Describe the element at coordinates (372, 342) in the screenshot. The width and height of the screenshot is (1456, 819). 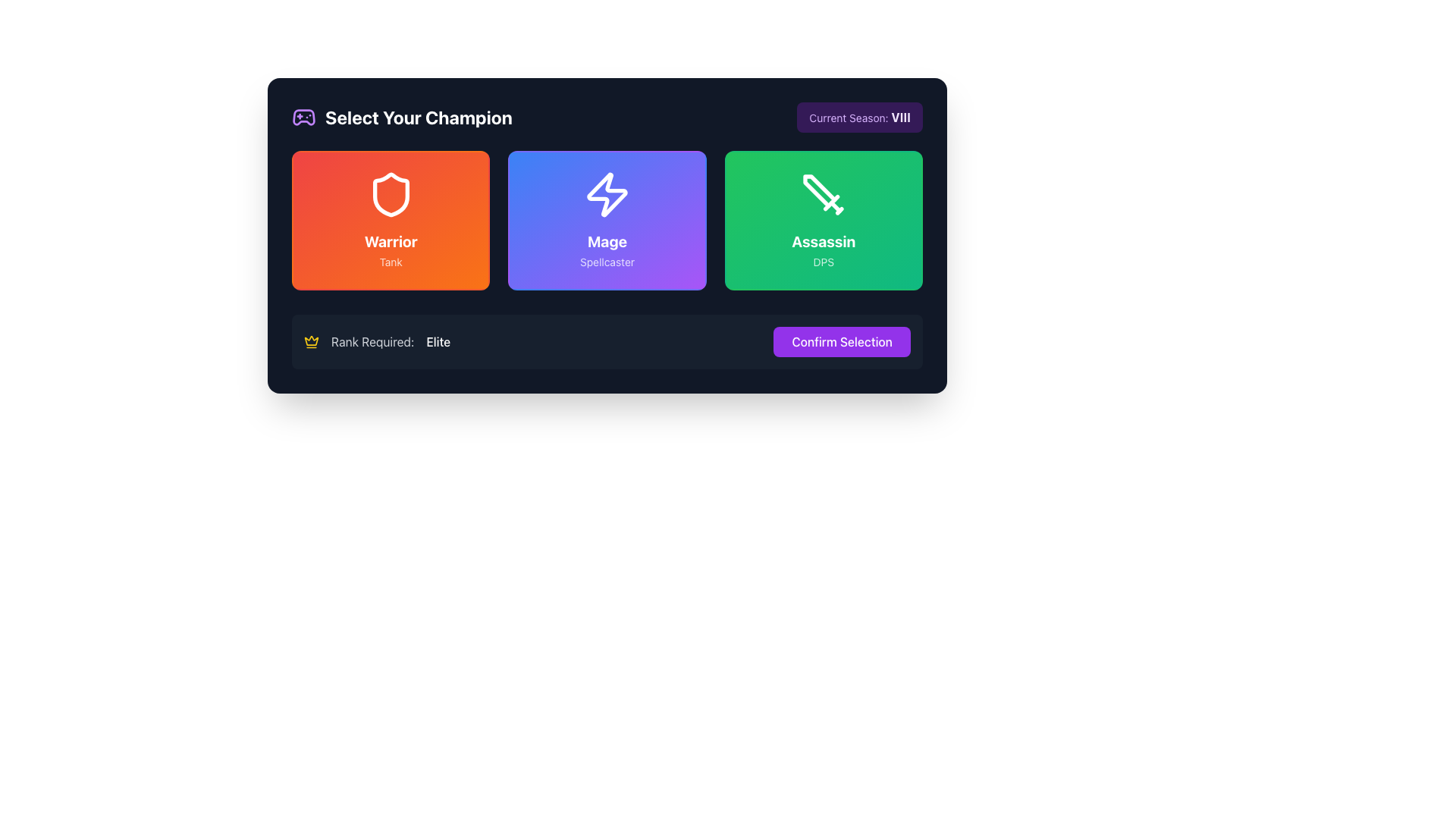
I see `the text label that displays 'Rank Required:', styled in gray, located to the right of a crown icon and to the left of 'Elite'` at that location.